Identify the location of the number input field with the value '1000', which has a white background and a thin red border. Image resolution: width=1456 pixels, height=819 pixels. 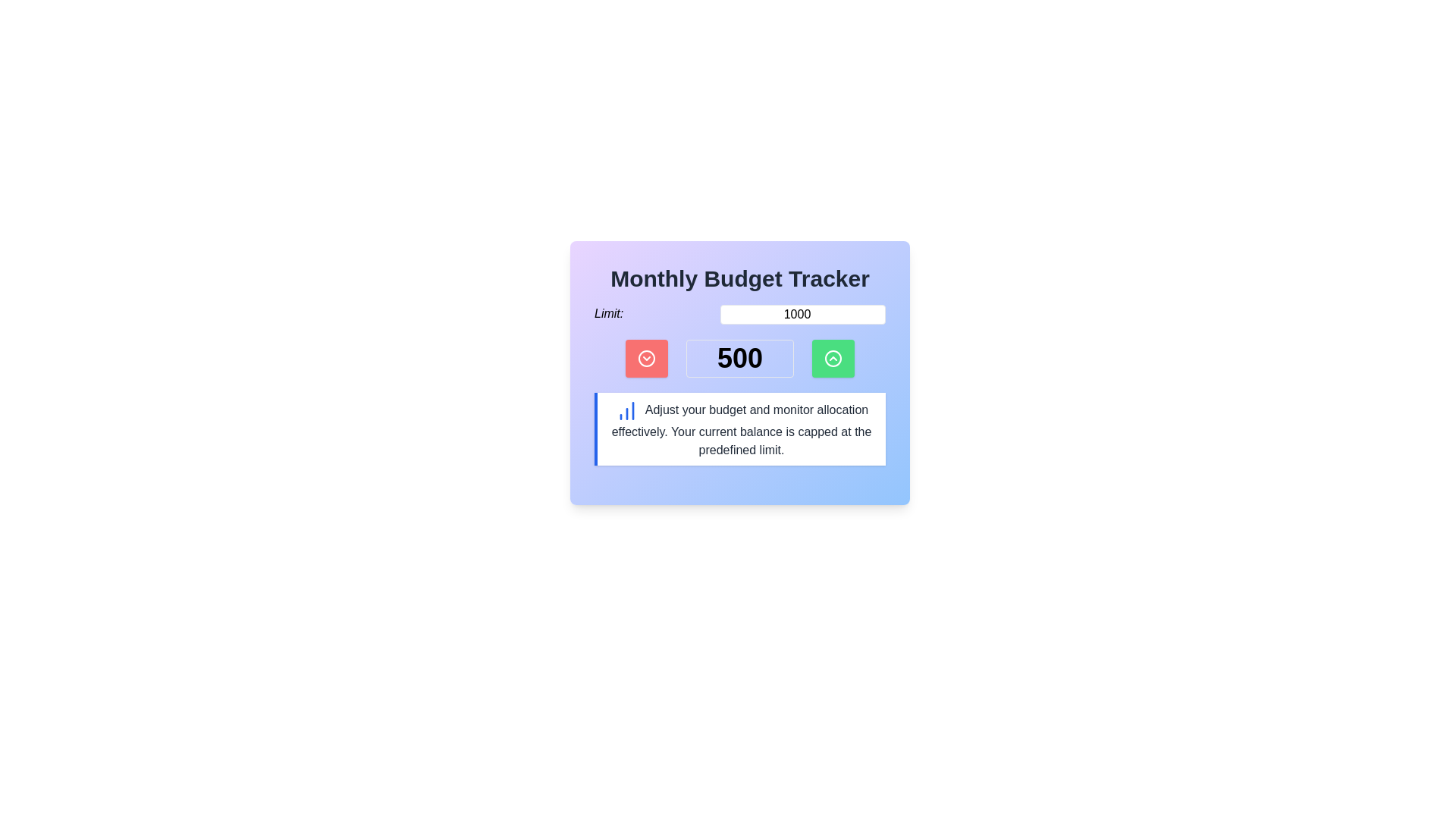
(802, 314).